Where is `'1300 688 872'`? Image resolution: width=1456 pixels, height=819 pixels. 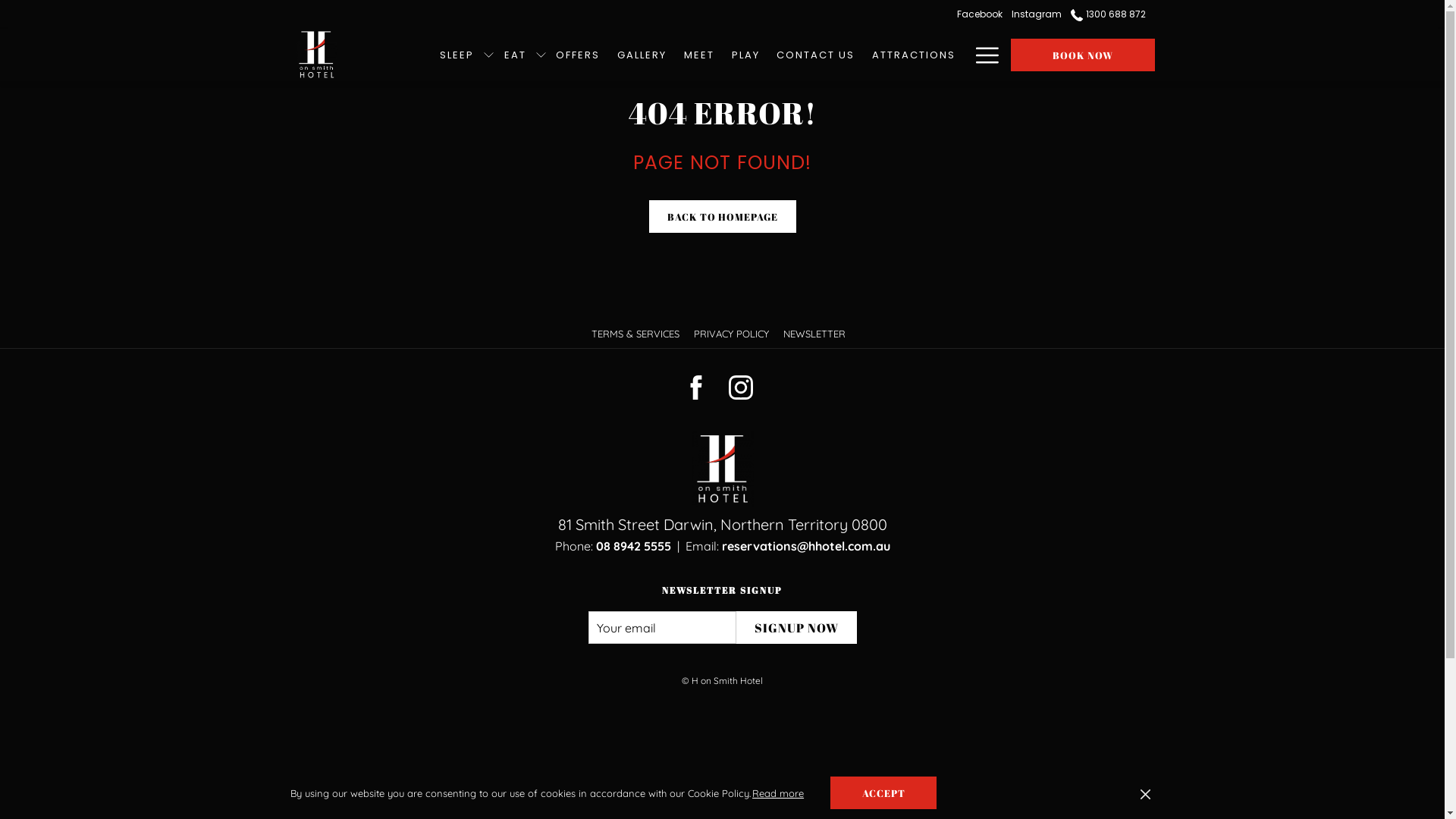
'1300 688 872' is located at coordinates (1109, 14).